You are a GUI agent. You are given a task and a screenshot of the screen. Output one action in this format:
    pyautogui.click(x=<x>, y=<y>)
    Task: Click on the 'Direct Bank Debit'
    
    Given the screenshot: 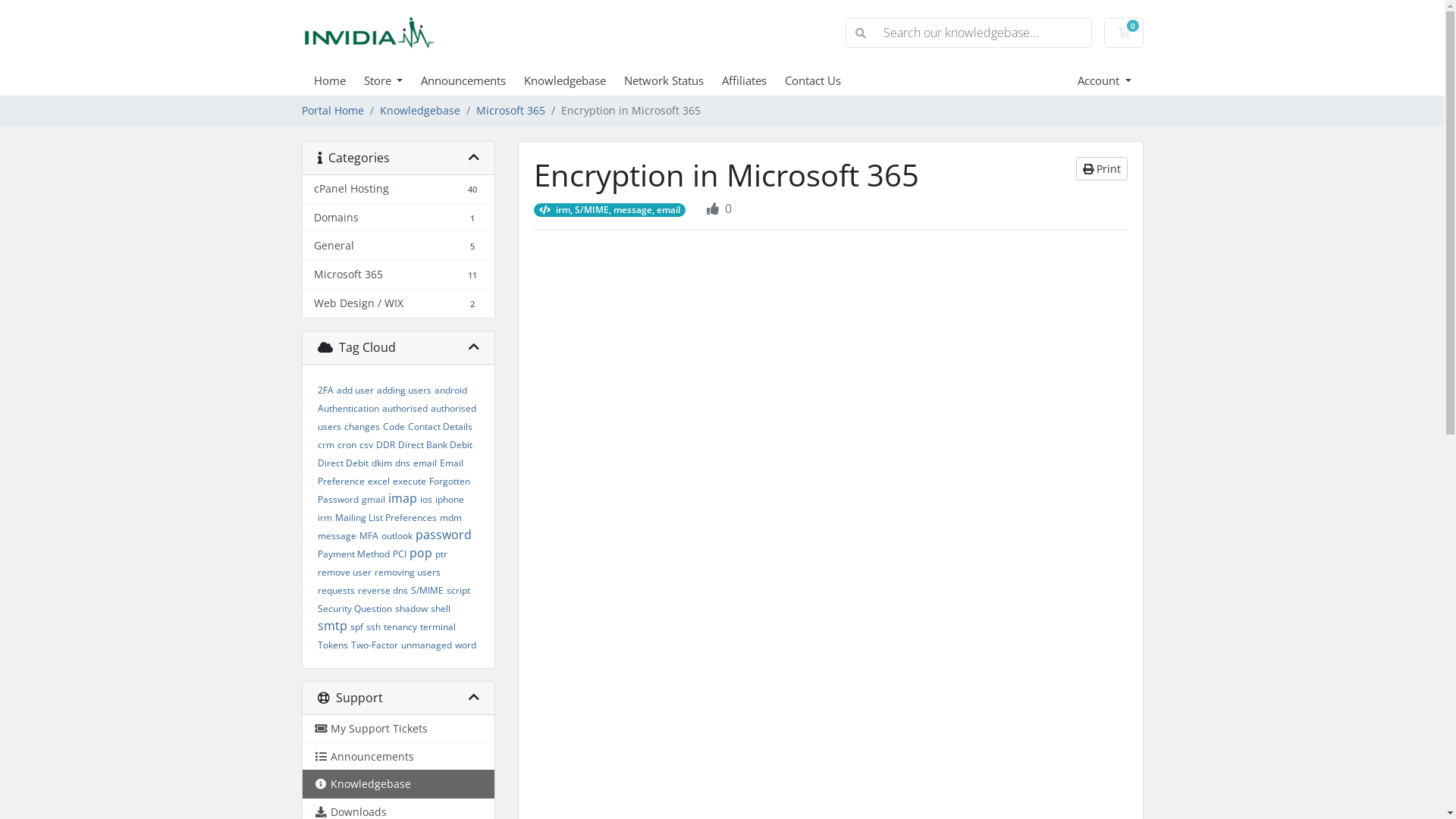 What is the action you would take?
    pyautogui.click(x=433, y=444)
    